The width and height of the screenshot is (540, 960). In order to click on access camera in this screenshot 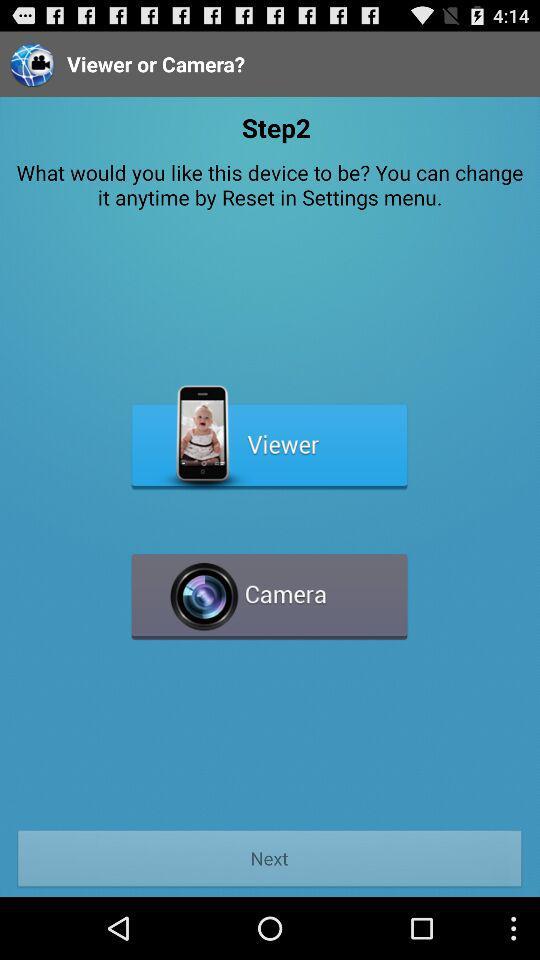, I will do `click(269, 588)`.